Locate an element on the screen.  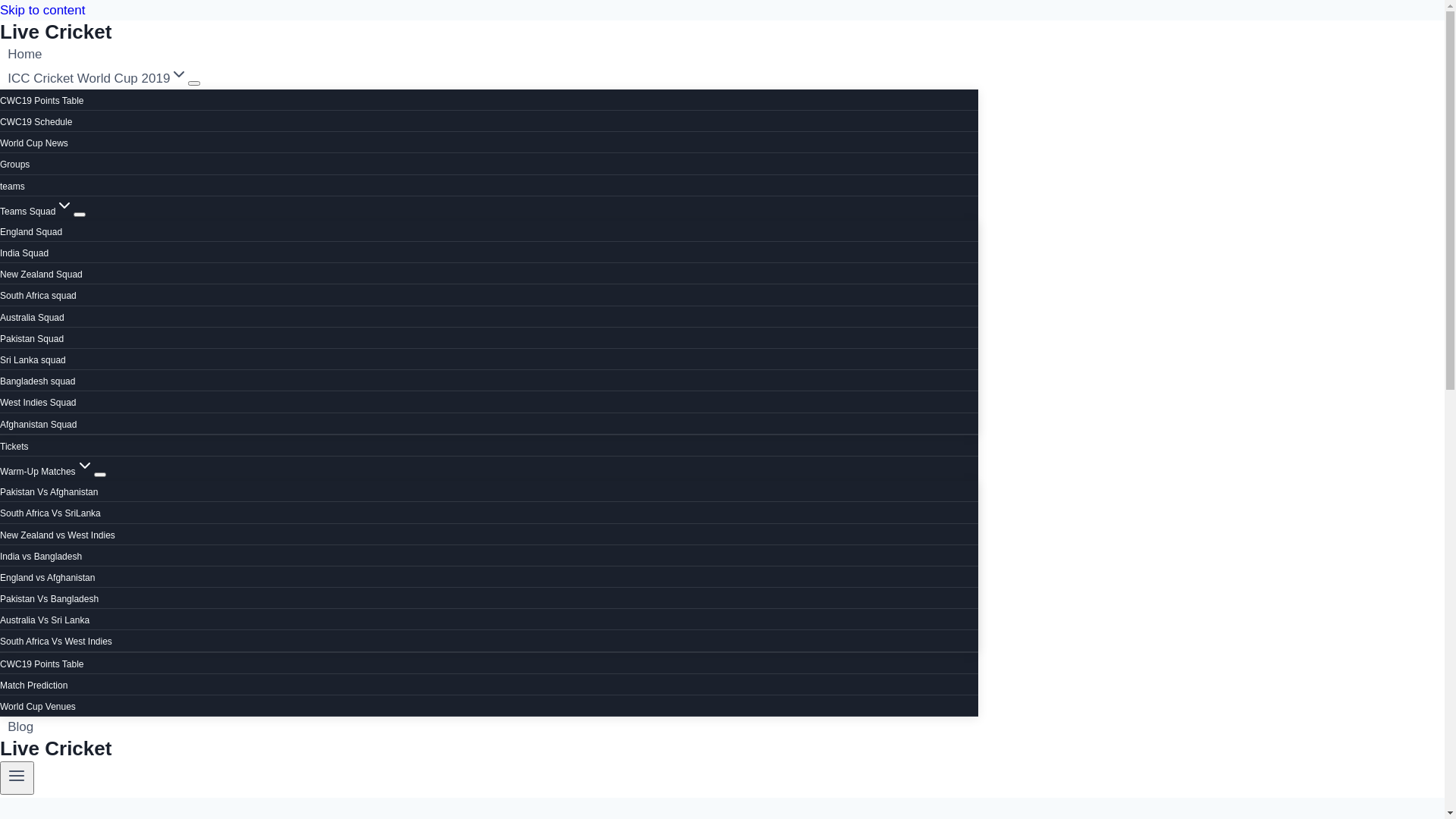
'Australia Squad' is located at coordinates (32, 317).